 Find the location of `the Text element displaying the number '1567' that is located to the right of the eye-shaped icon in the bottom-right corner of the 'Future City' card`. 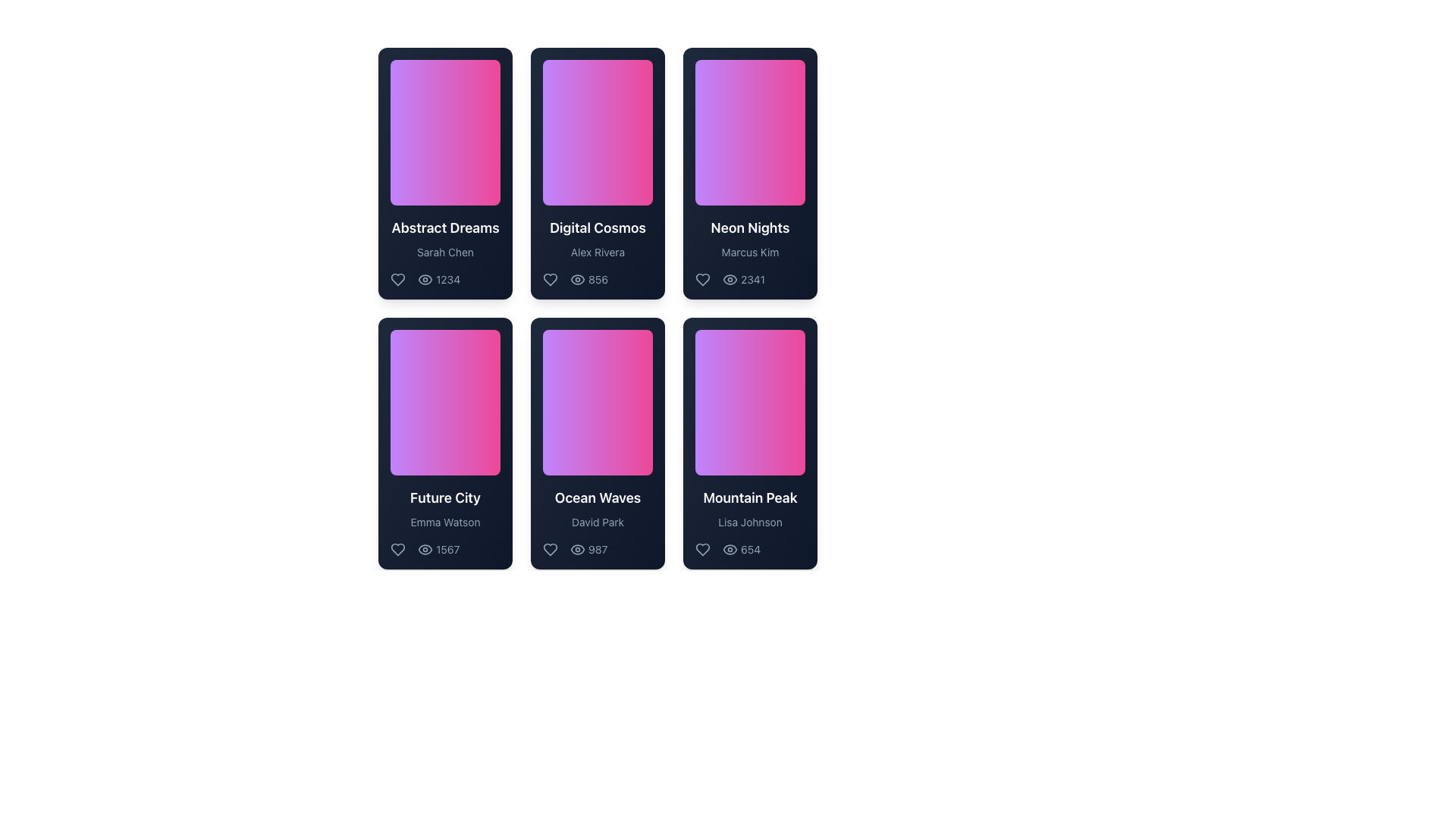

the Text element displaying the number '1567' that is located to the right of the eye-shaped icon in the bottom-right corner of the 'Future City' card is located at coordinates (444, 550).